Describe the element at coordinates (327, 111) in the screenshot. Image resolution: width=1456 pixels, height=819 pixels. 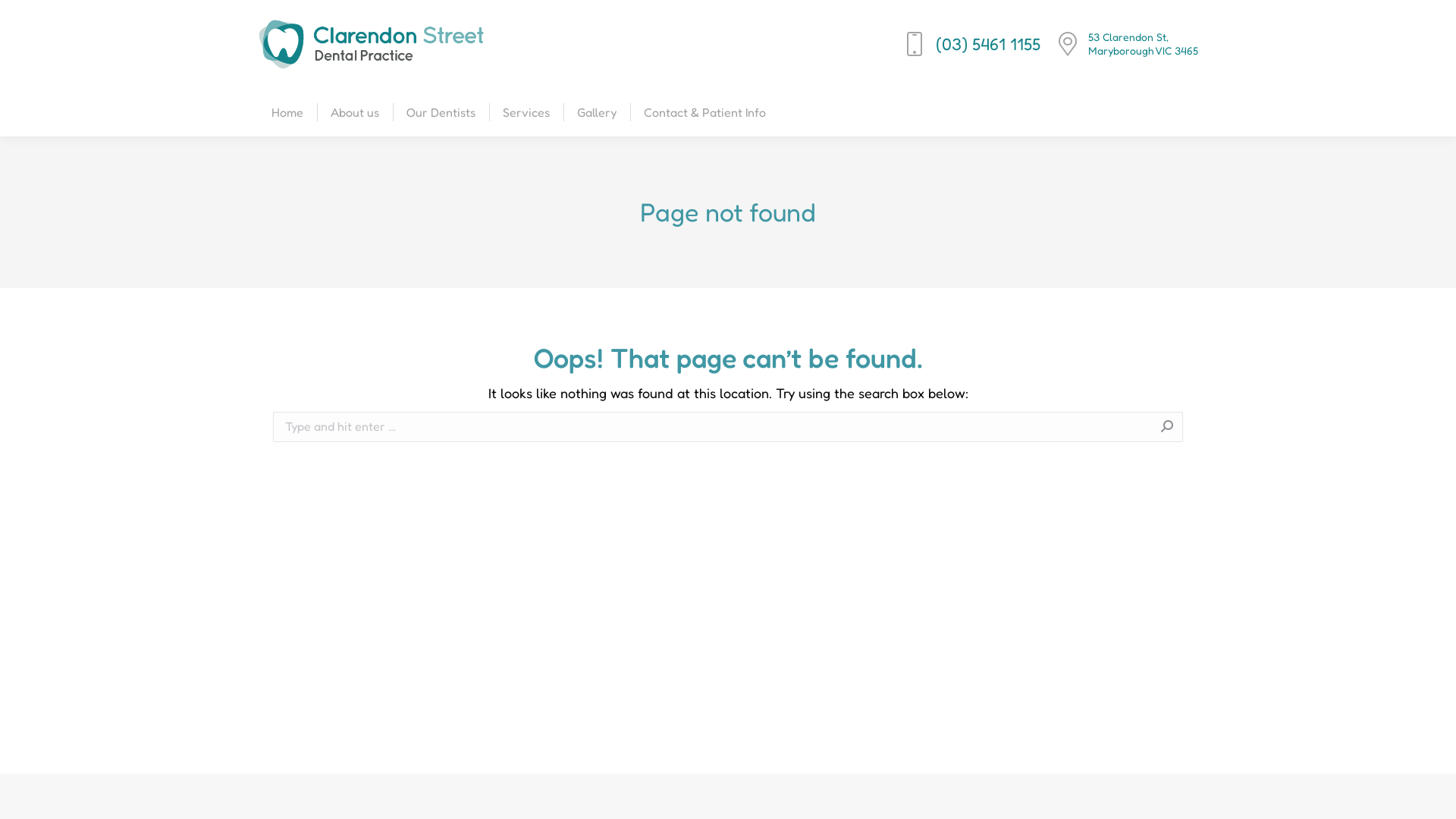
I see `'About us'` at that location.